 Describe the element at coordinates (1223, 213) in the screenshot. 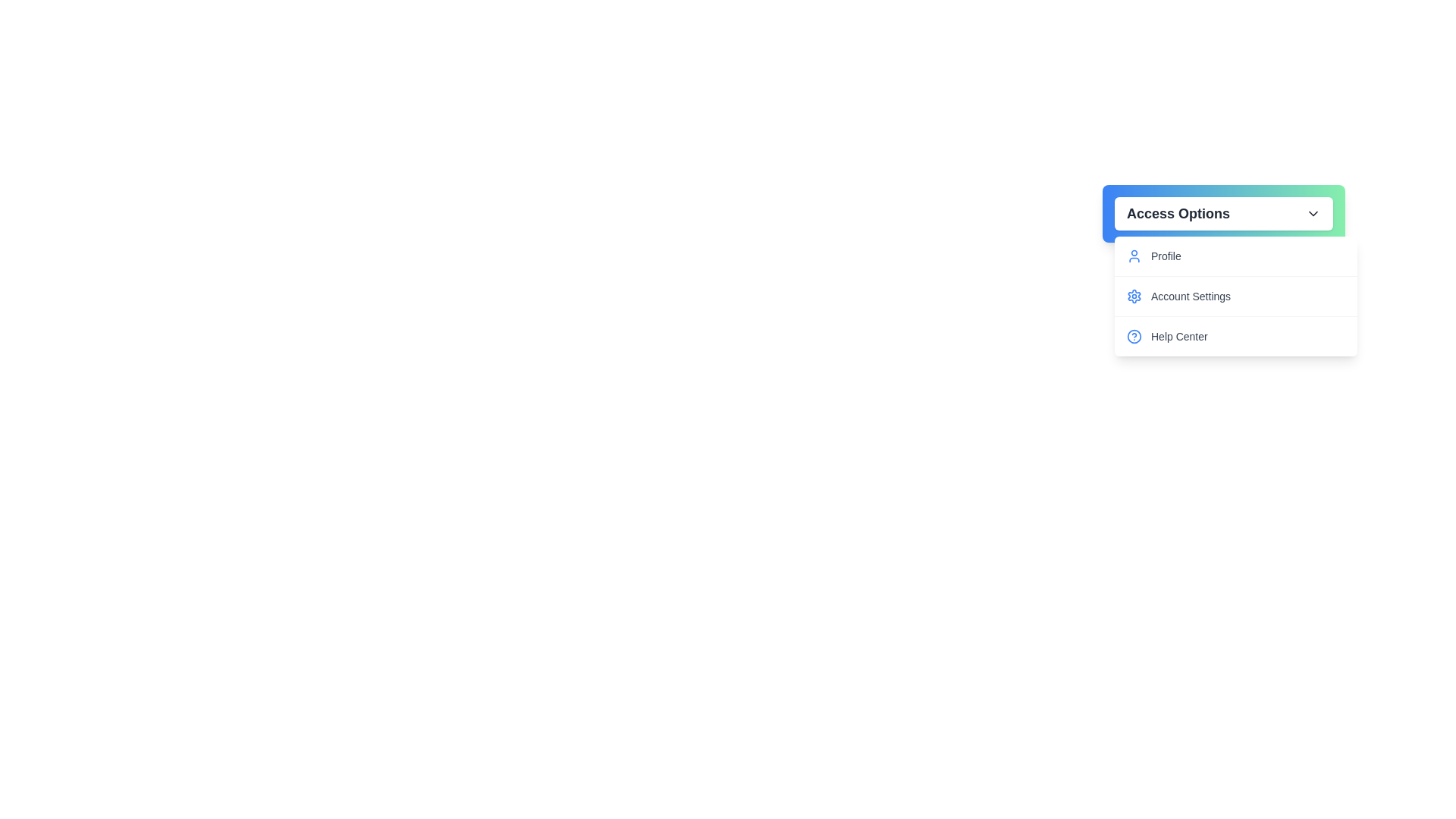

I see `the Dropdown toggle button` at that location.